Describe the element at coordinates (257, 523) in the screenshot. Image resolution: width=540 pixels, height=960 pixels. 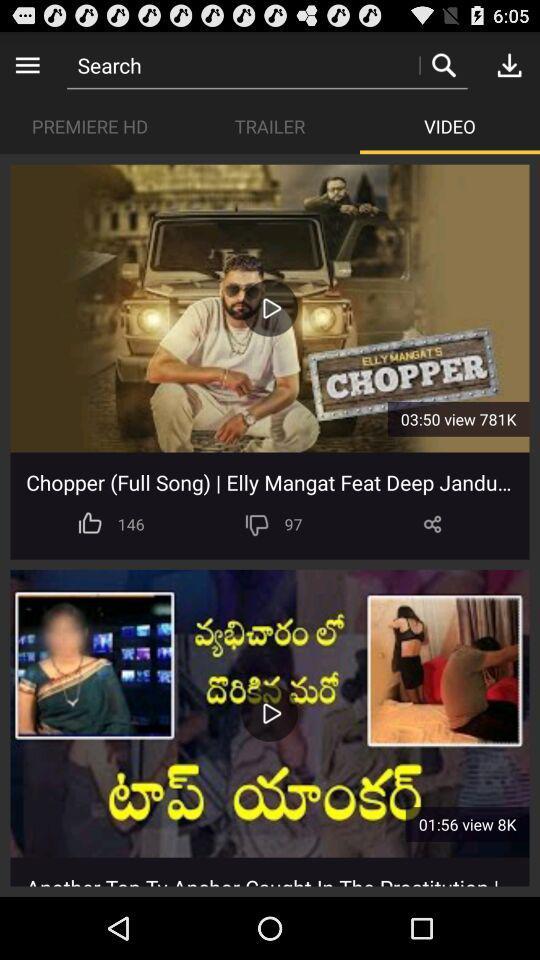
I see `app to the right of 146 icon` at that location.